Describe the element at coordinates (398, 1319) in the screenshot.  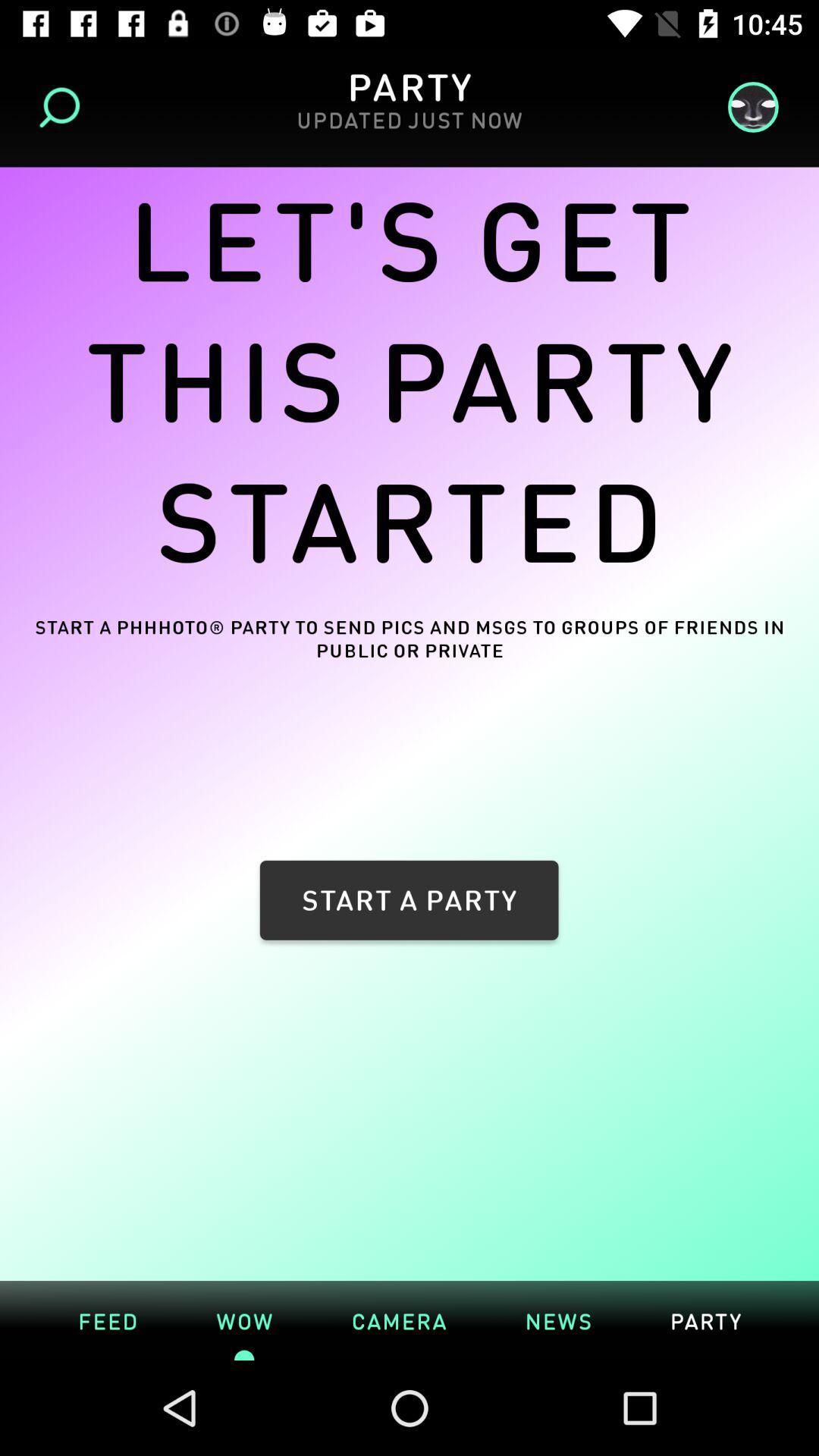
I see `the camera icon` at that location.